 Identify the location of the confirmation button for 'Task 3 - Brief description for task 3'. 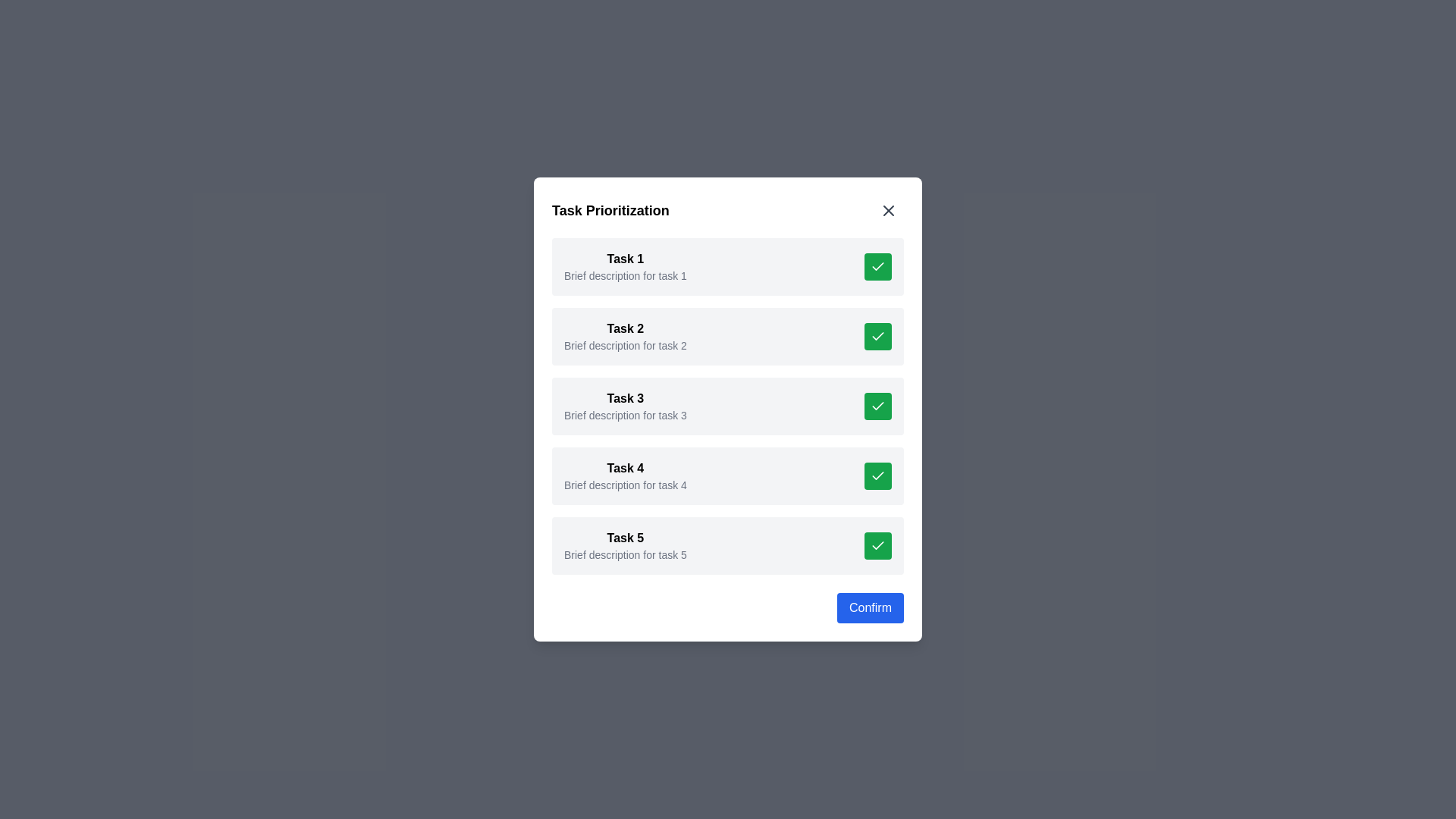
(877, 406).